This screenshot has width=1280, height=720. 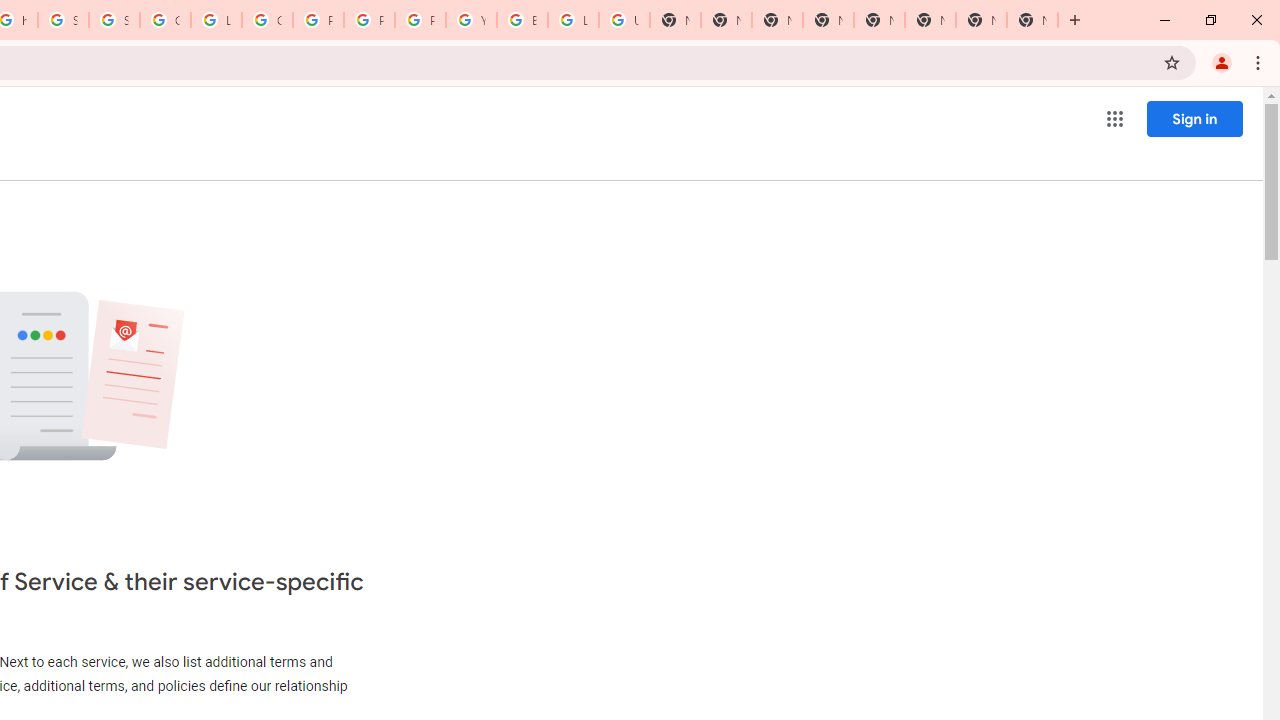 I want to click on 'Privacy Help Center - Policies Help', so click(x=369, y=20).